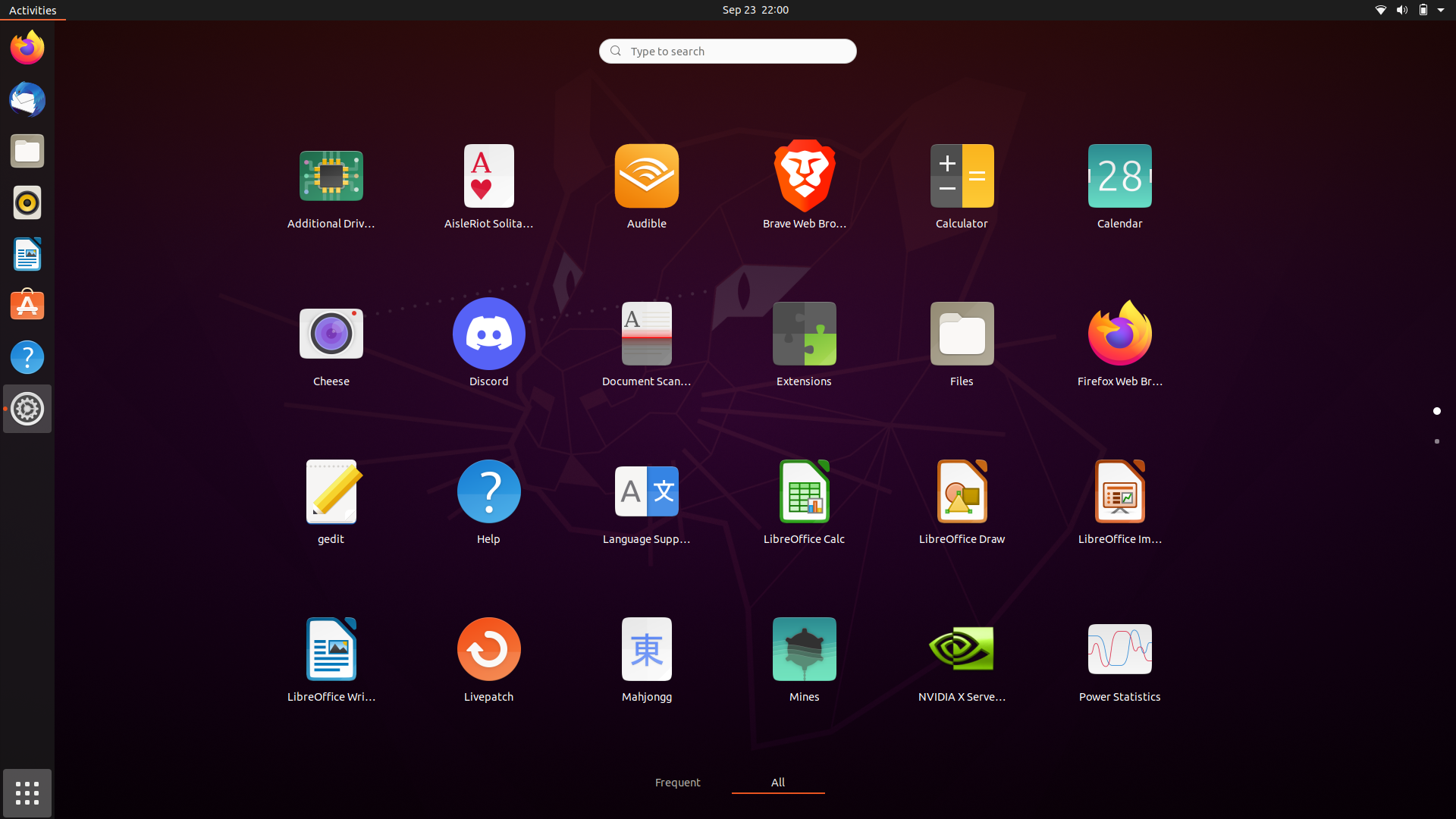 This screenshot has height=819, width=1456. What do you see at coordinates (726, 49) in the screenshot?
I see `Lookup for "Movies" using the search function` at bounding box center [726, 49].